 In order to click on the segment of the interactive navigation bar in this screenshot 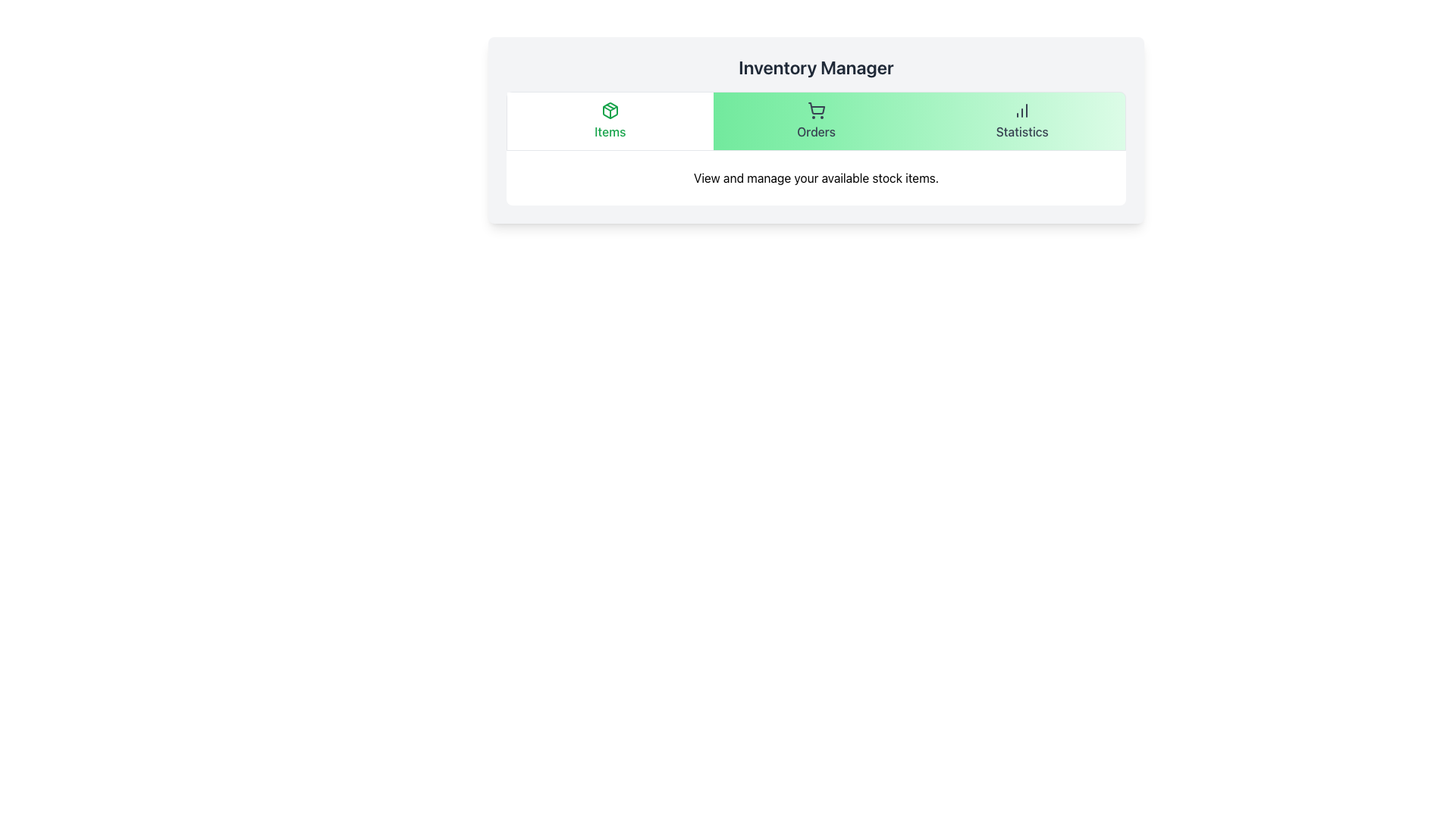, I will do `click(815, 120)`.